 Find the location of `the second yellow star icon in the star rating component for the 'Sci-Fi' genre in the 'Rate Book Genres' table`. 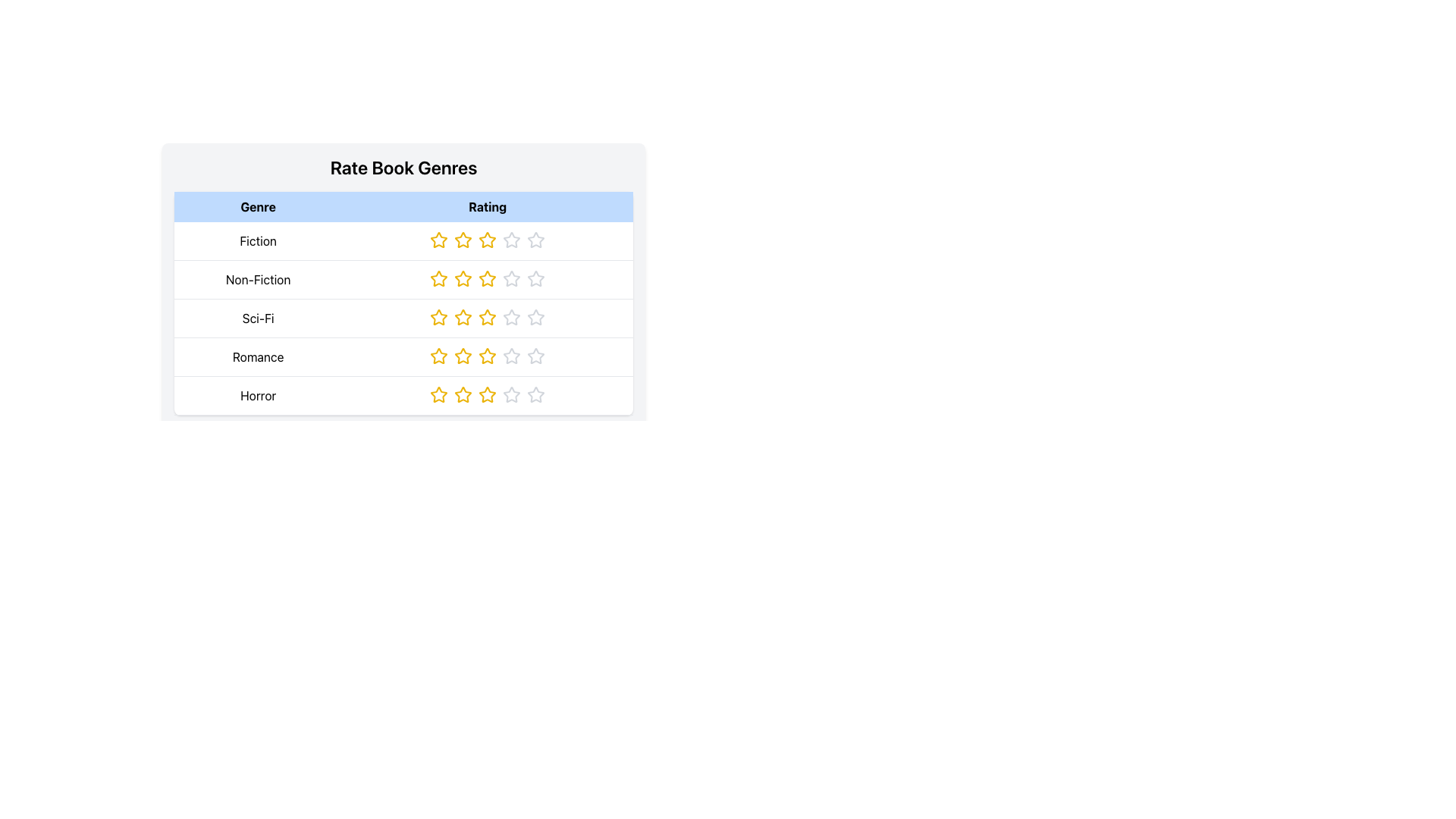

the second yellow star icon in the star rating component for the 'Sci-Fi' genre in the 'Rate Book Genres' table is located at coordinates (438, 317).